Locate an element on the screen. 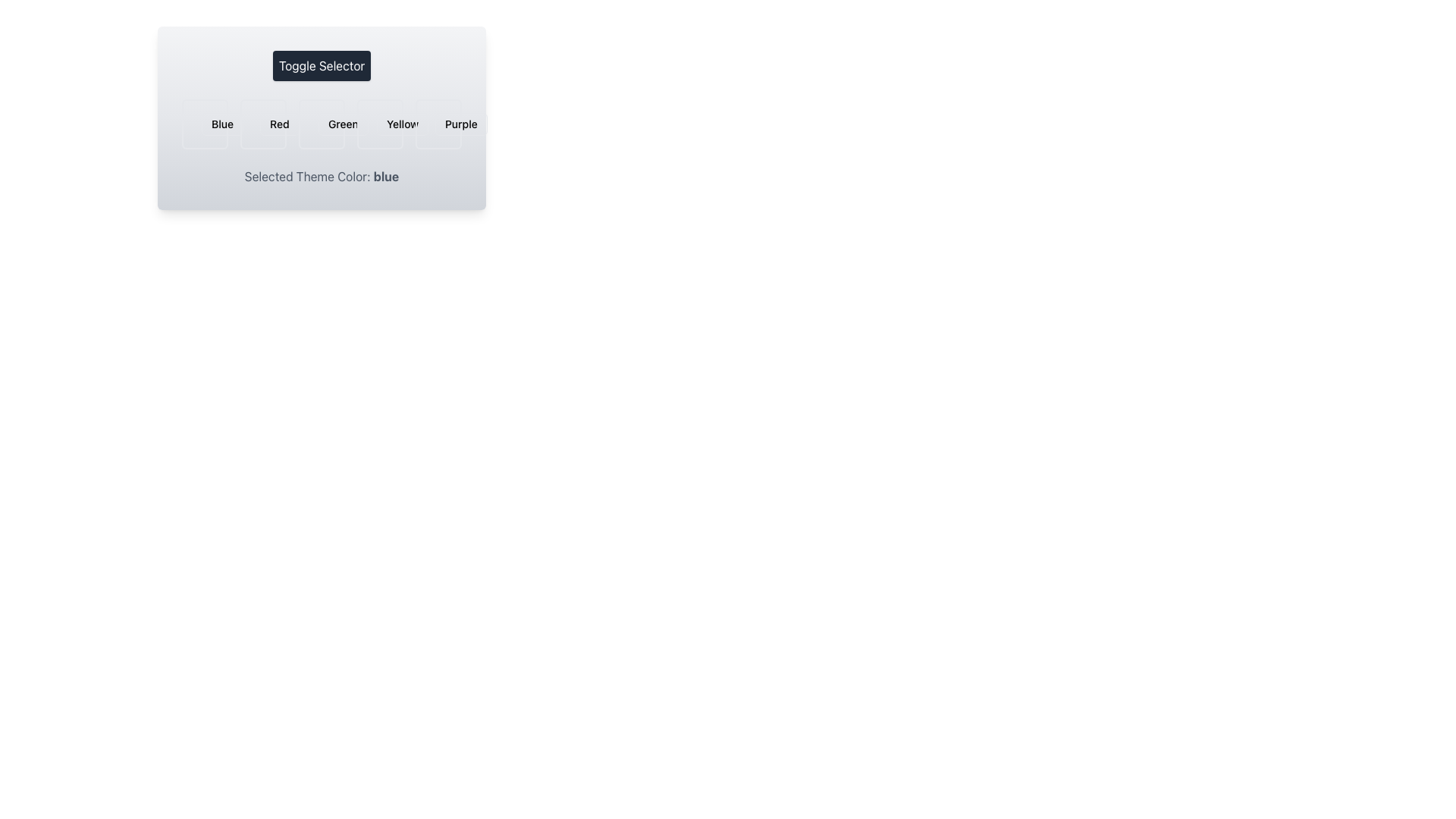 This screenshot has height=819, width=1456. the small, purple, droplet-shaped icon located on the rightmost side of the row of theme color icons is located at coordinates (437, 124).